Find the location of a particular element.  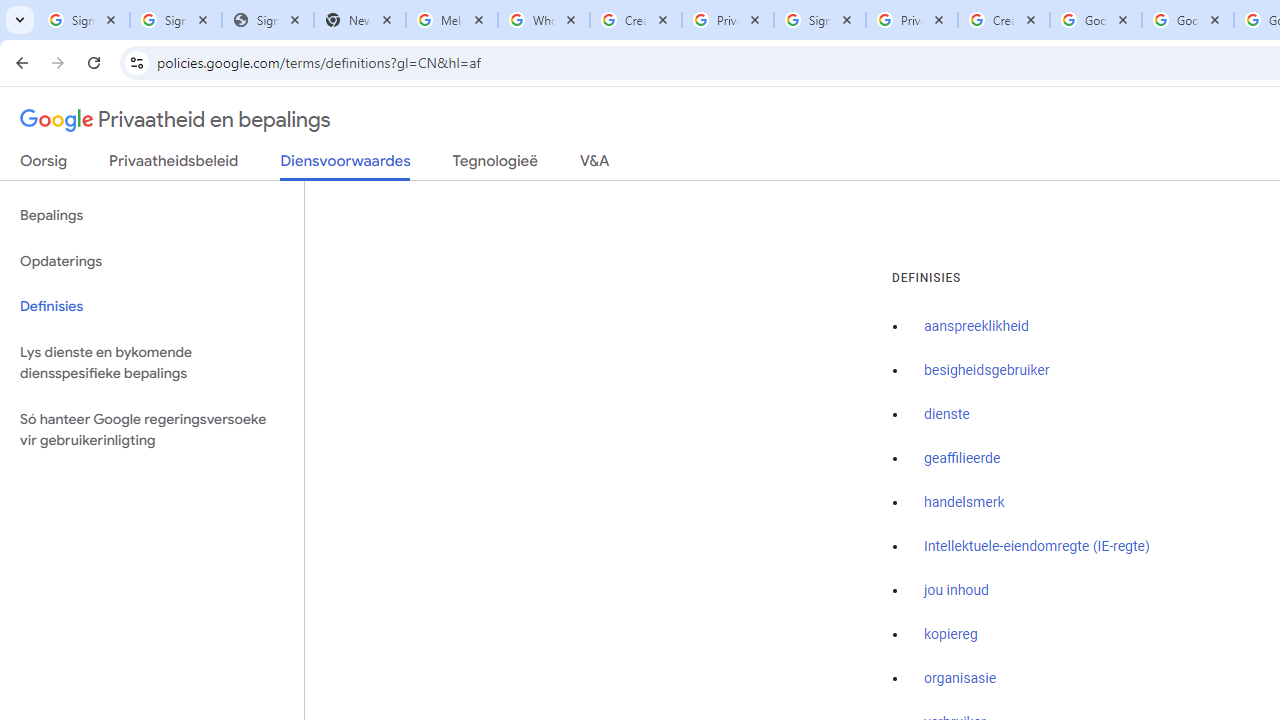

'Who is my administrator? - Google Account Help' is located at coordinates (544, 20).